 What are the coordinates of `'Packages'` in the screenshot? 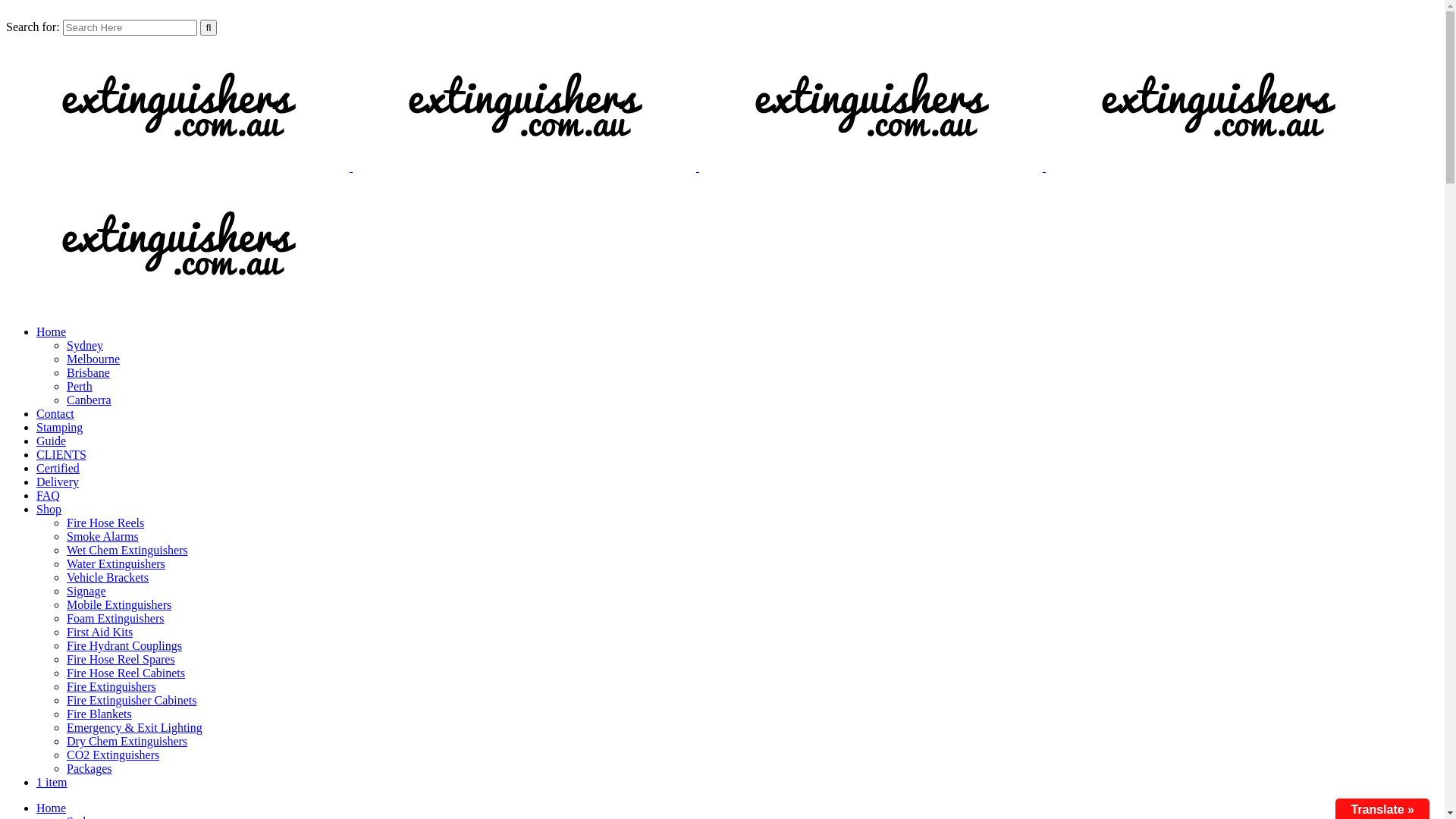 It's located at (89, 768).